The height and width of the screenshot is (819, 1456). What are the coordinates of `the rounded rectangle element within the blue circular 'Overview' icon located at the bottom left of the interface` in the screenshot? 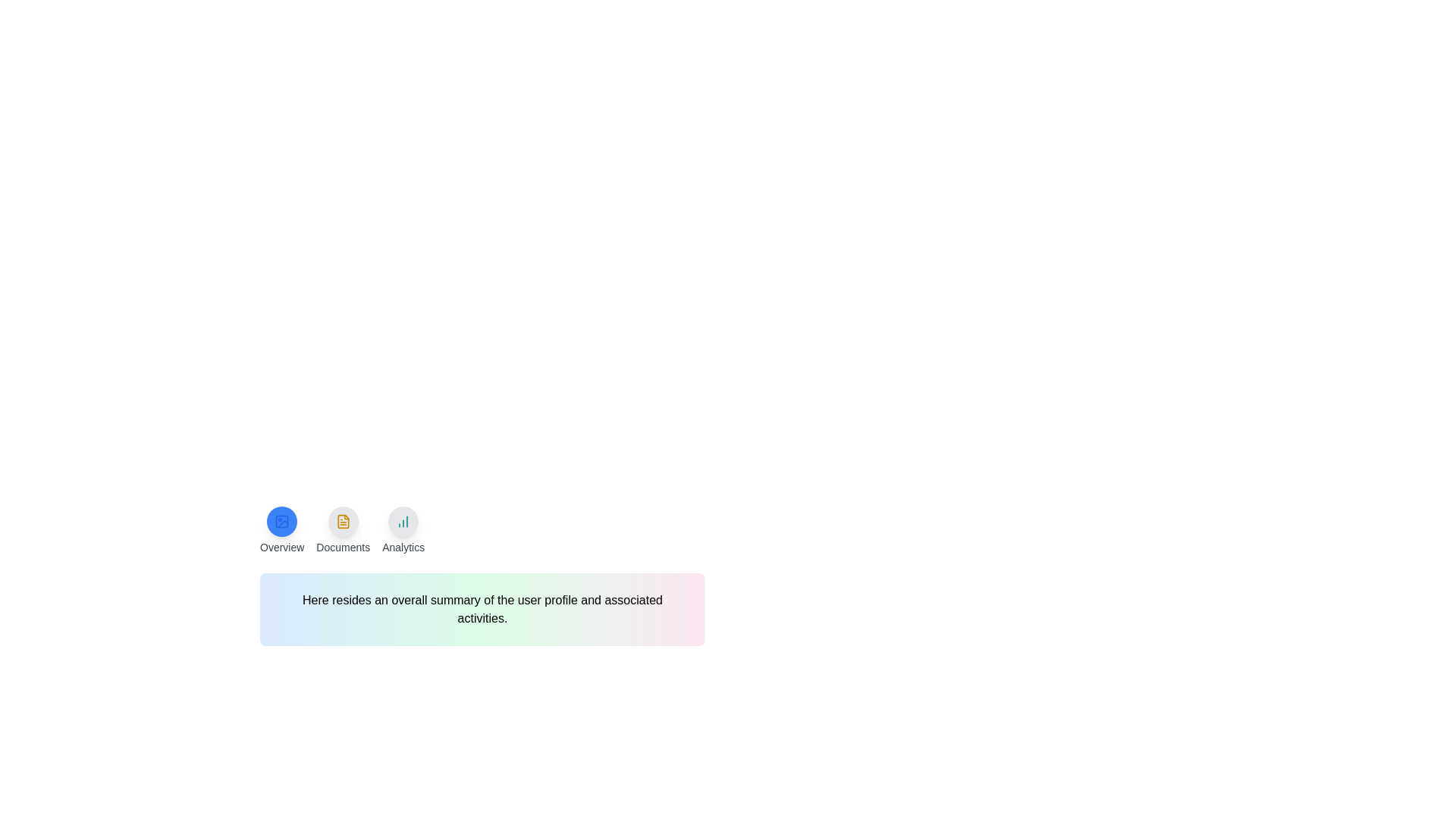 It's located at (282, 520).